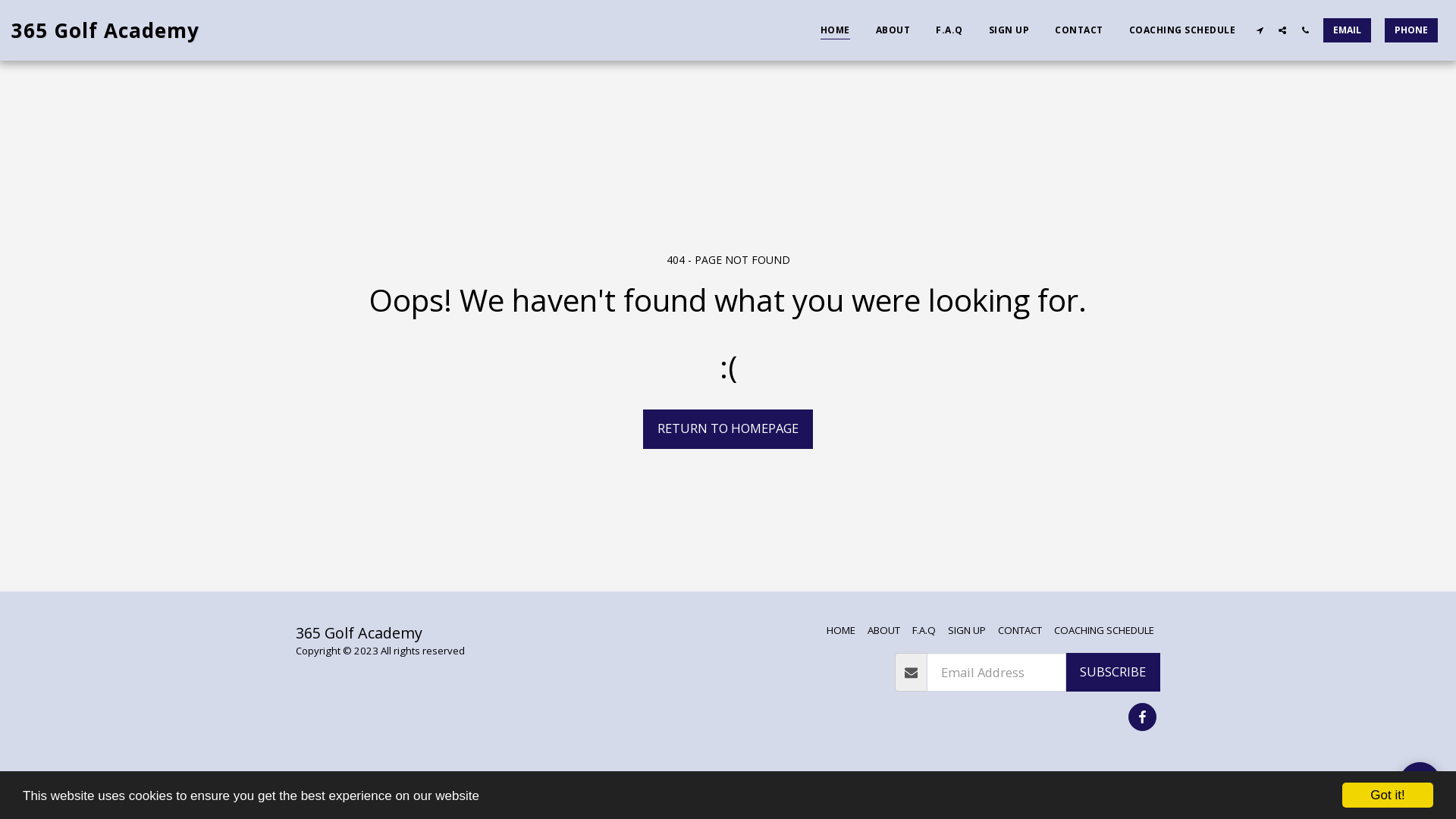 The height and width of the screenshot is (819, 1456). Describe the element at coordinates (1387, 794) in the screenshot. I see `'Got it!'` at that location.